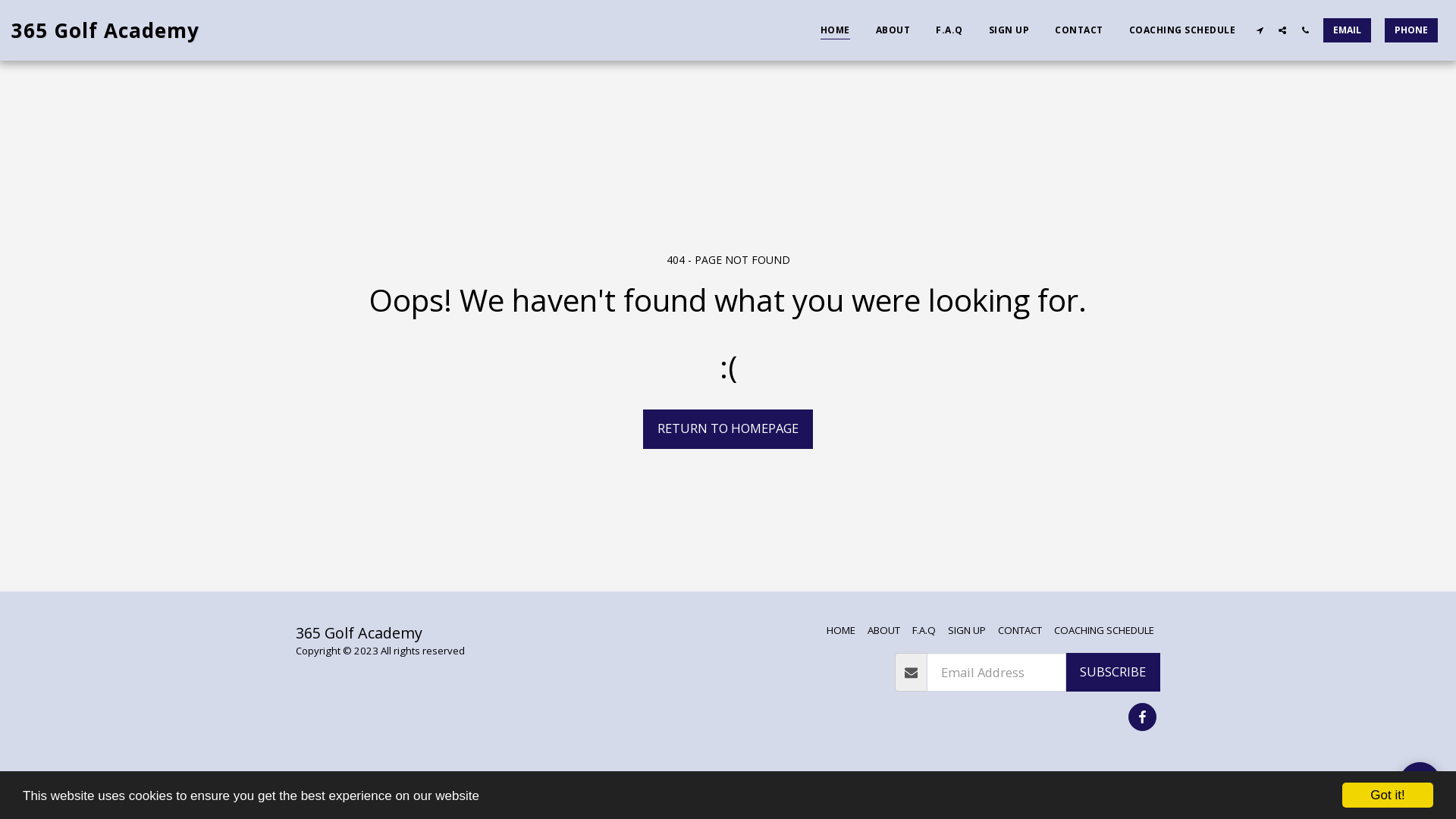 The height and width of the screenshot is (819, 1456). Describe the element at coordinates (1387, 794) in the screenshot. I see `'Got it!'` at that location.